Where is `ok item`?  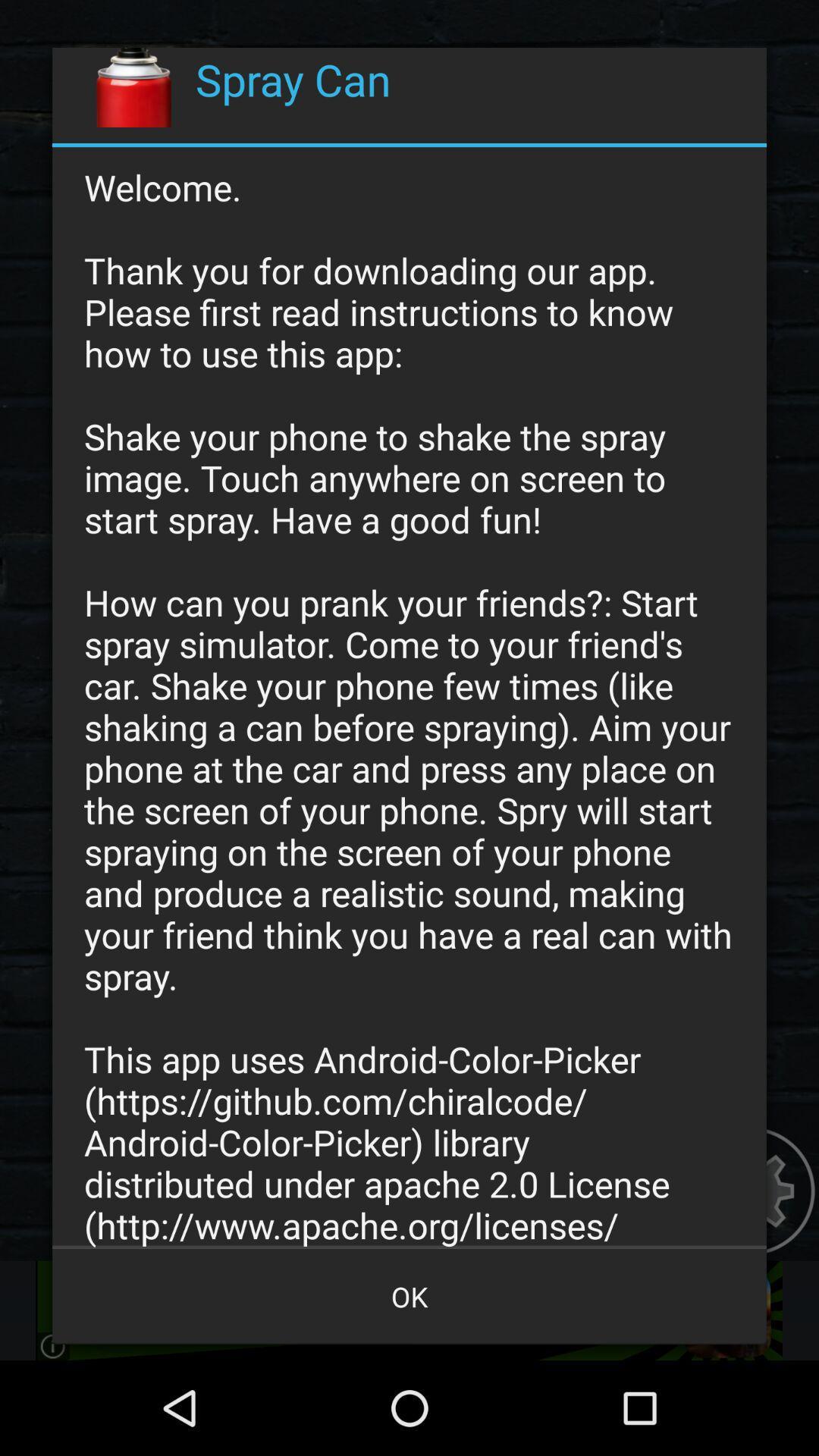
ok item is located at coordinates (409, 1295).